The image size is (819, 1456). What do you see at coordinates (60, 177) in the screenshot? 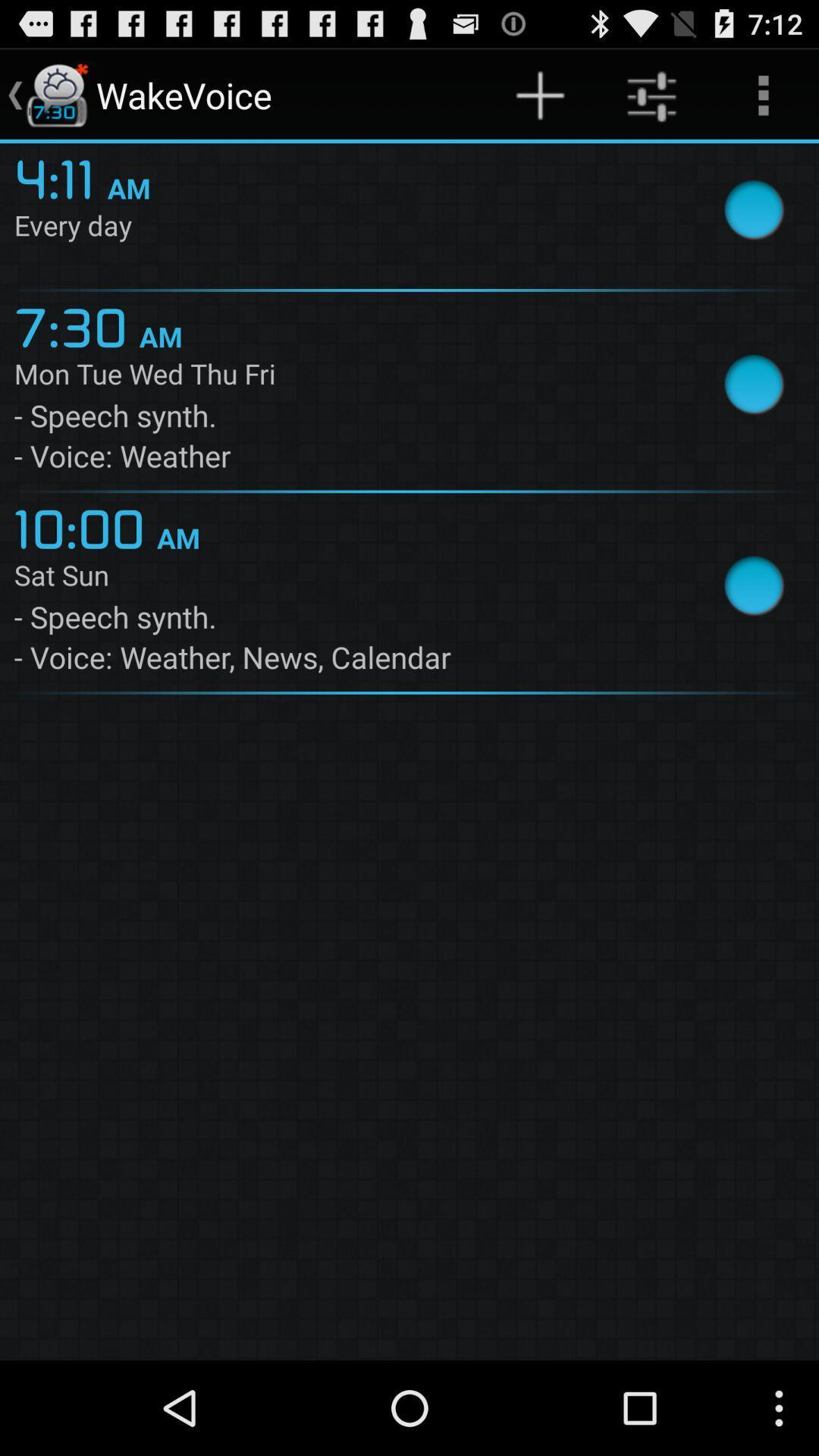
I see `item above the every day` at bounding box center [60, 177].